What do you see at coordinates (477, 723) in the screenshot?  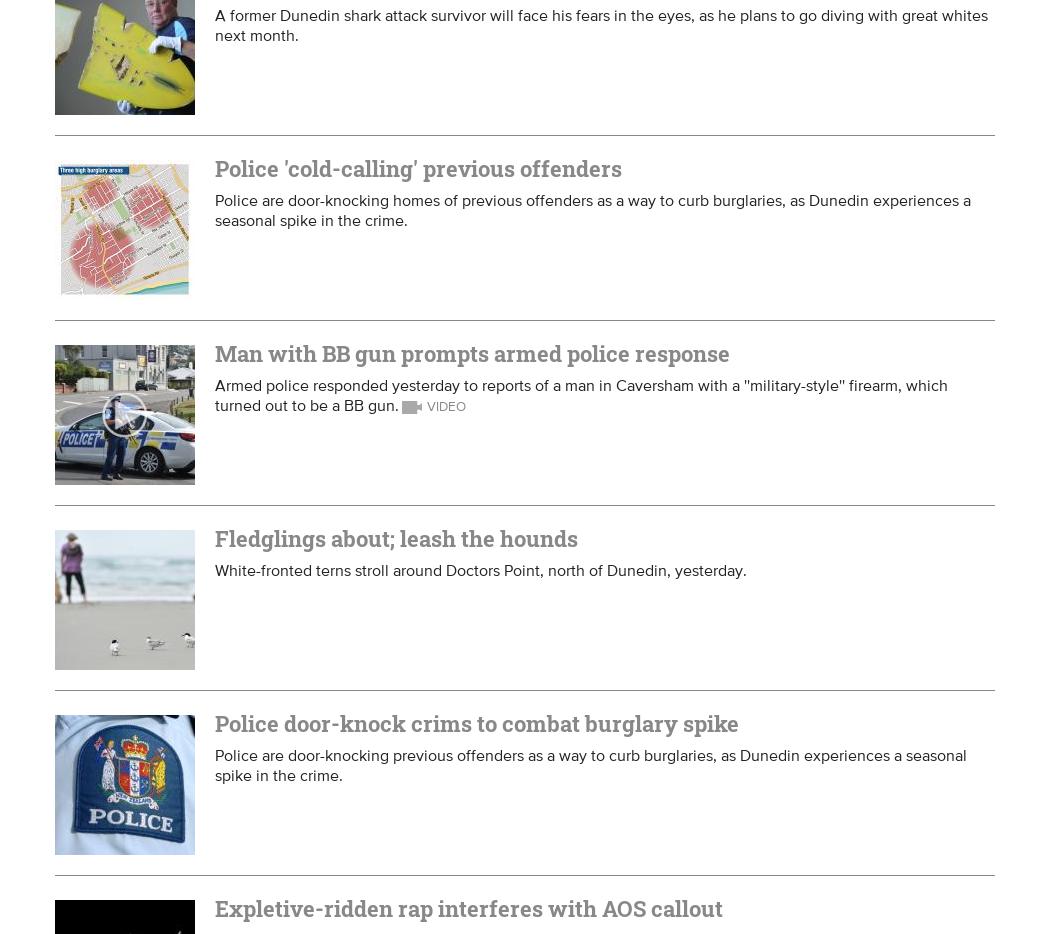 I see `'Police door-knock crims to combat burglary spike'` at bounding box center [477, 723].